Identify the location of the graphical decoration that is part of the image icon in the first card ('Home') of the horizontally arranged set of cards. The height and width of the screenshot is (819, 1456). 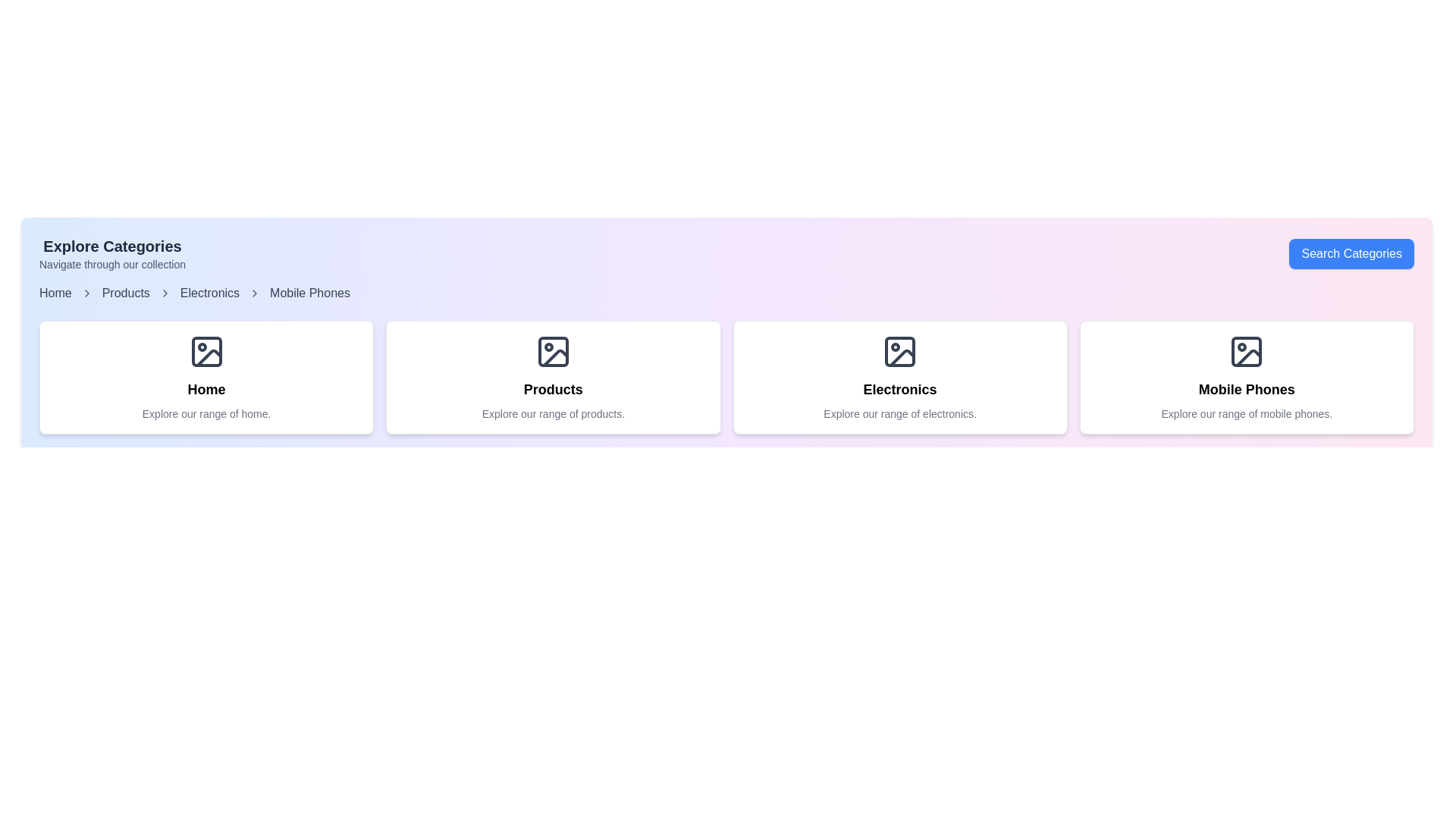
(206, 351).